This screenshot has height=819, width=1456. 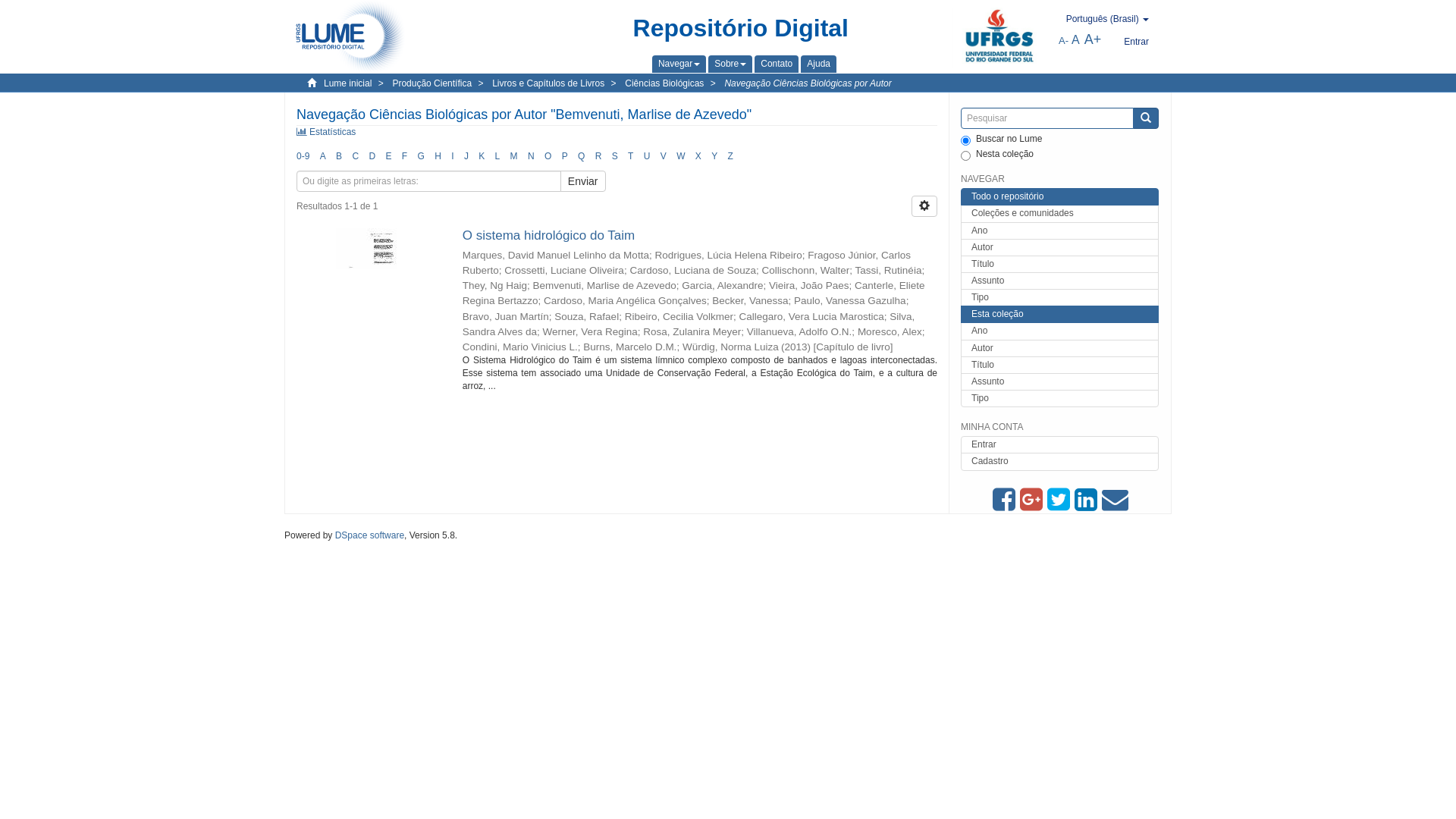 What do you see at coordinates (465, 155) in the screenshot?
I see `'J'` at bounding box center [465, 155].